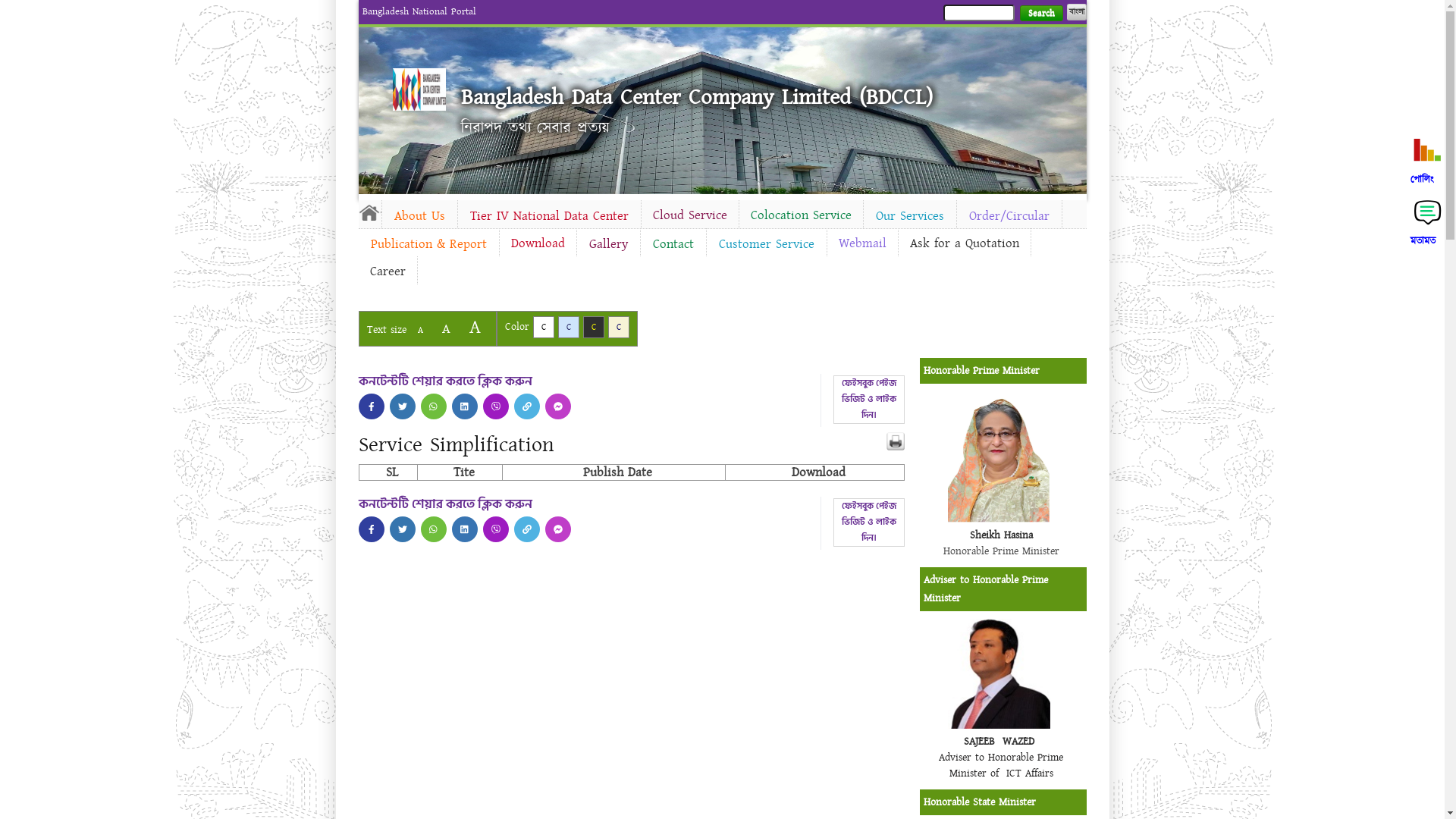  What do you see at coordinates (909, 216) in the screenshot?
I see `'Our Services'` at bounding box center [909, 216].